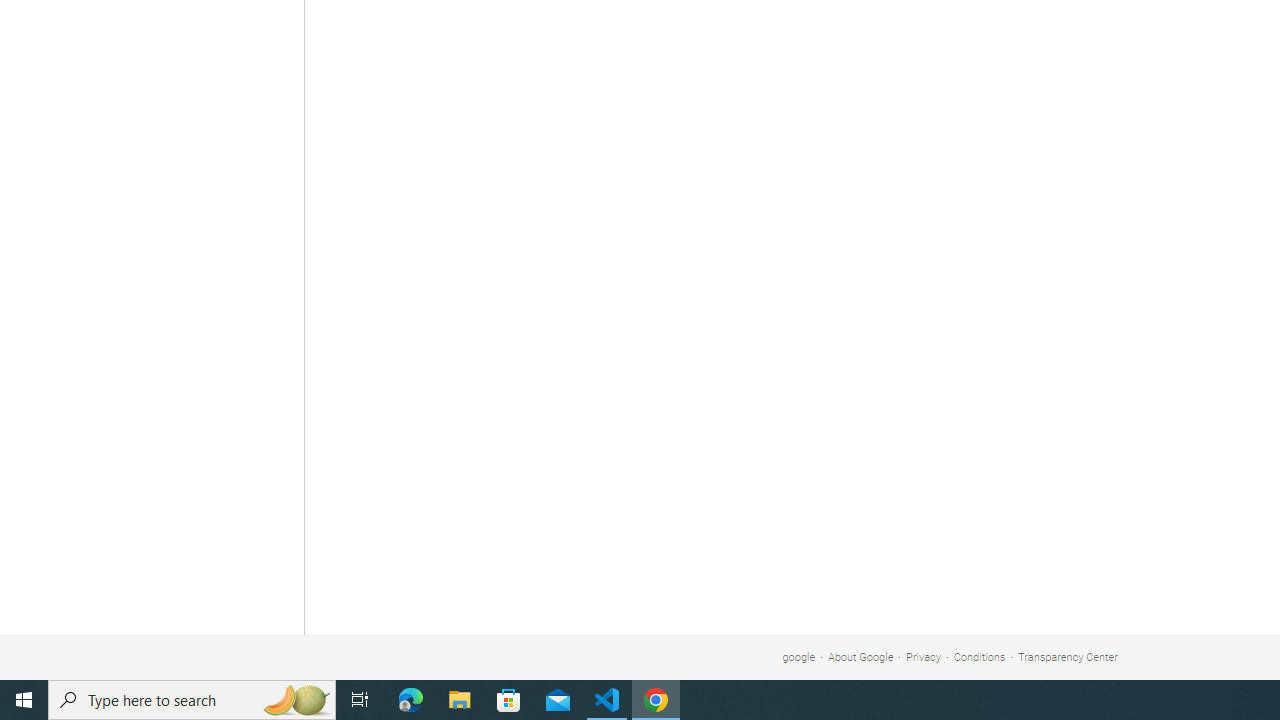 This screenshot has width=1280, height=720. Describe the element at coordinates (798, 657) in the screenshot. I see `'google'` at that location.